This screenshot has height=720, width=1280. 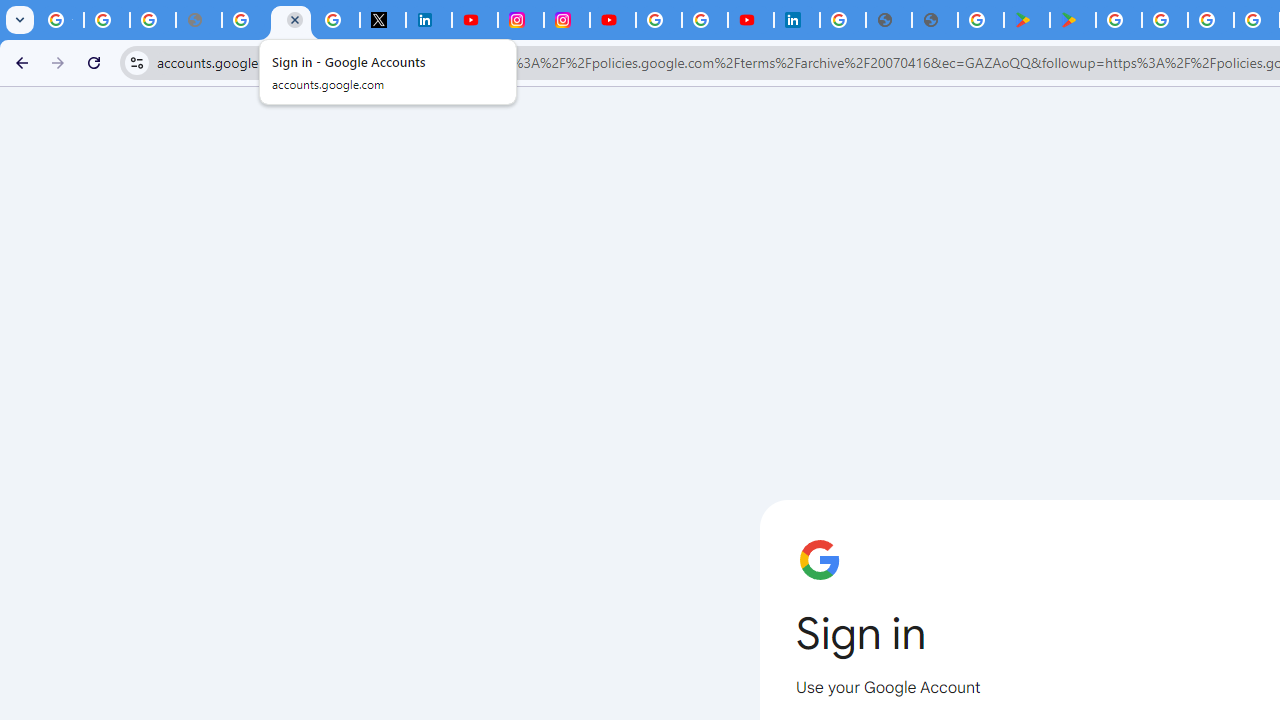 I want to click on 'Identity verification via Persona | LinkedIn Help', so click(x=796, y=20).